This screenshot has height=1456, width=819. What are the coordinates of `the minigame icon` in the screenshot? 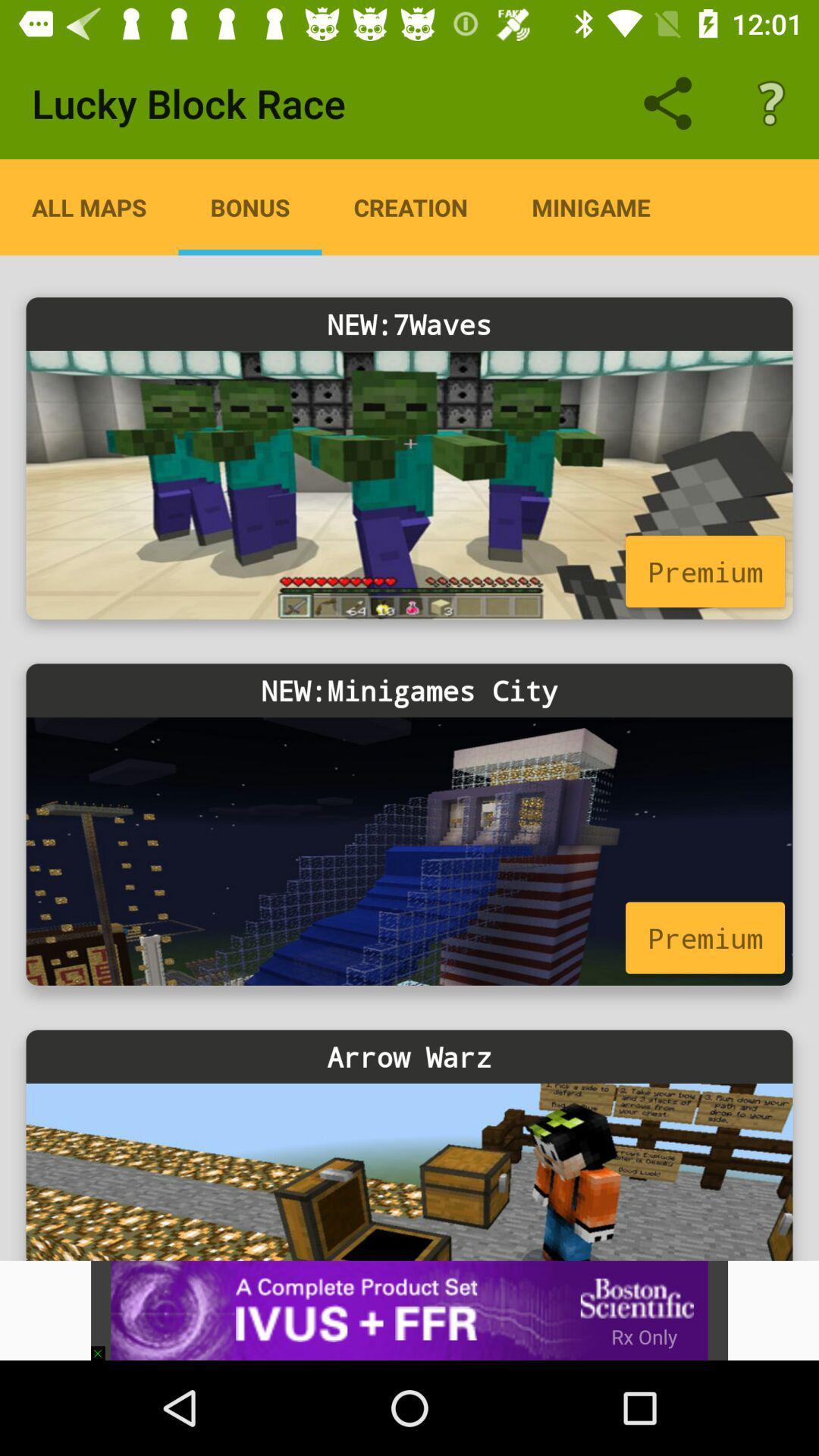 It's located at (590, 206).